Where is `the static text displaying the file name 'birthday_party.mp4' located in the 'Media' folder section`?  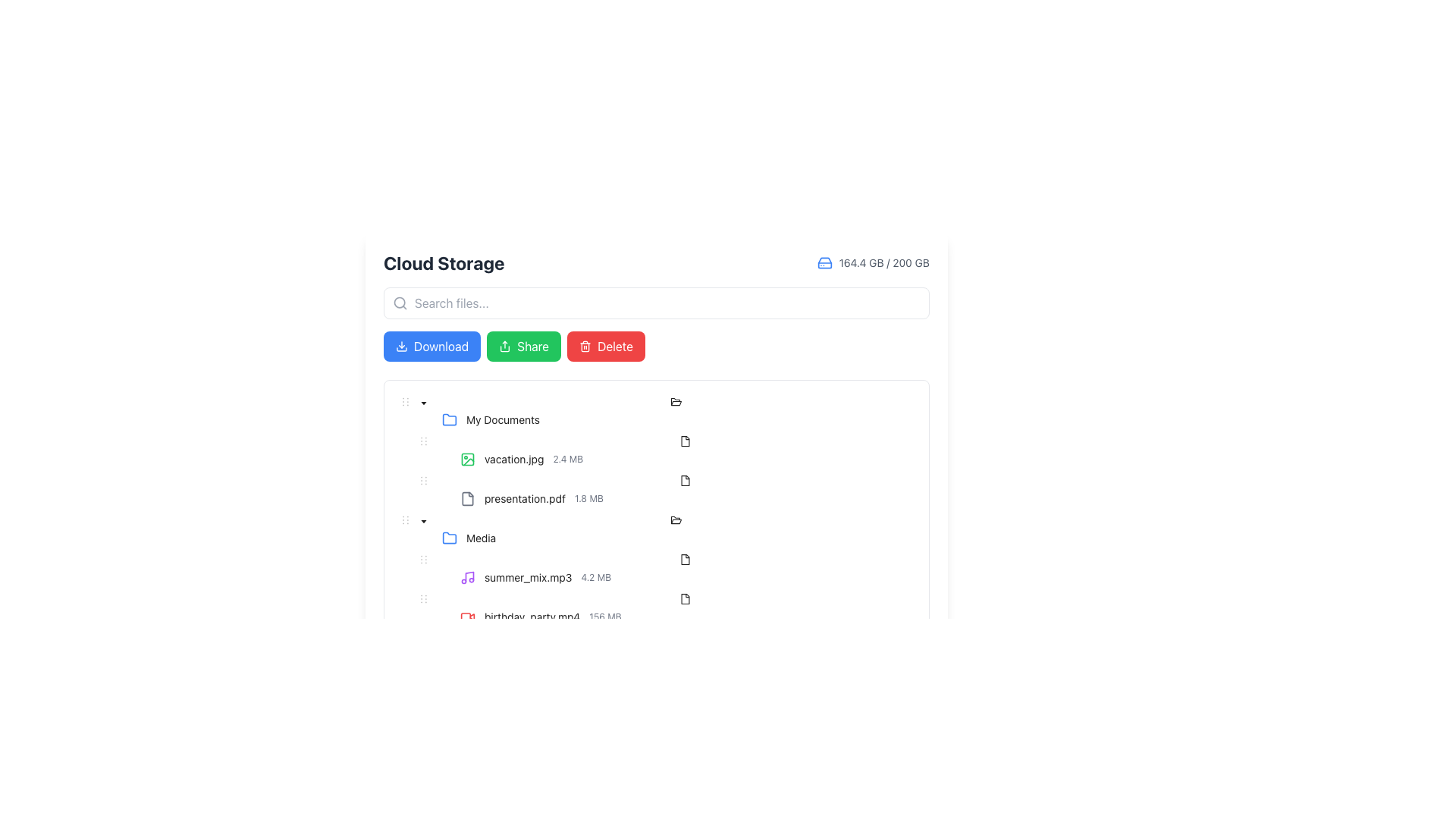 the static text displaying the file name 'birthday_party.mp4' located in the 'Media' folder section is located at coordinates (532, 617).